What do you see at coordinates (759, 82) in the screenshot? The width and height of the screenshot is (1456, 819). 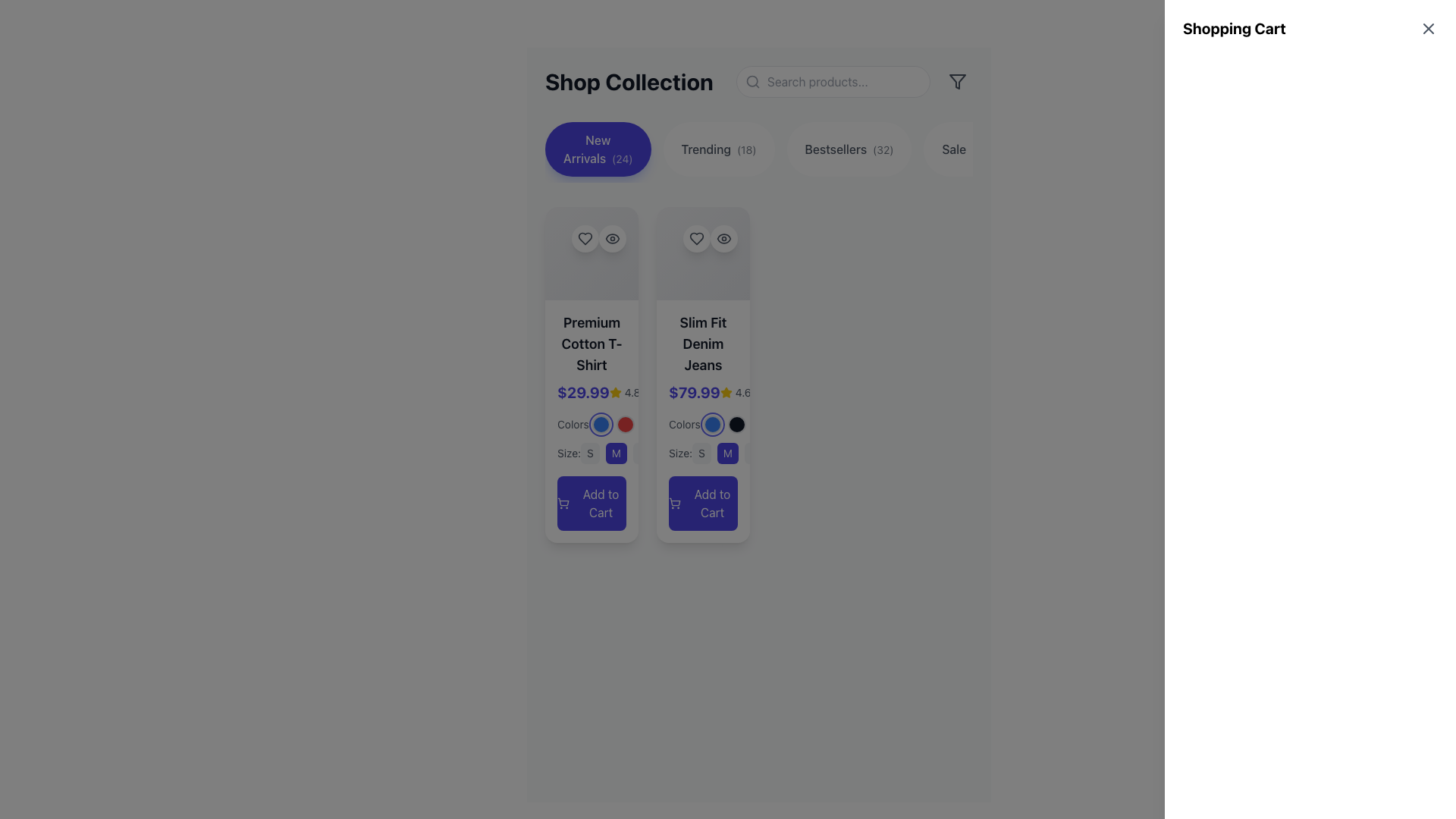 I see `the search icon located within the Header and utility bar, adjacent to the 'Shop Collection' label, to initiate a search` at bounding box center [759, 82].